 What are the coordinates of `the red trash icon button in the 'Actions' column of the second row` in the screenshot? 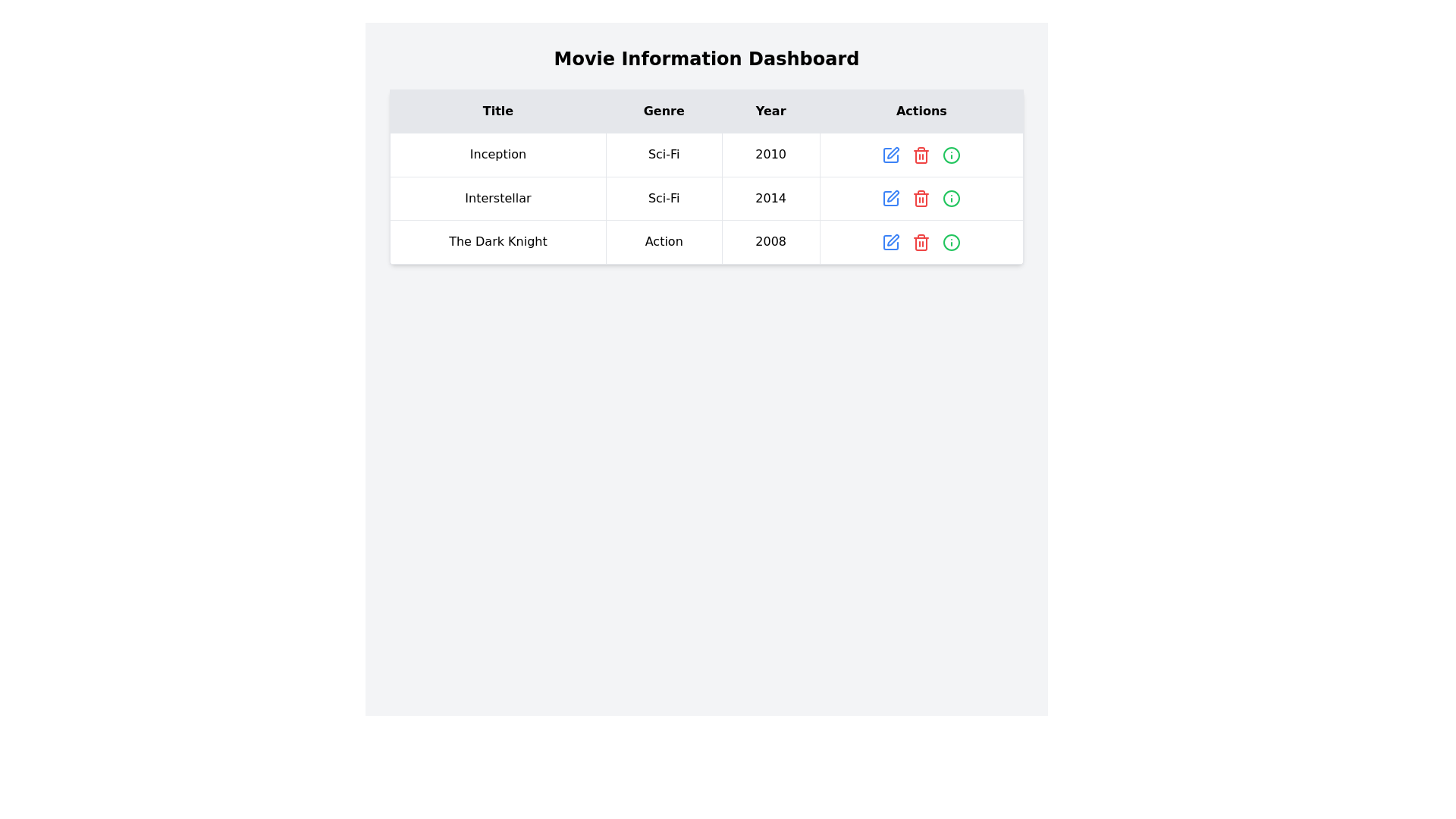 It's located at (921, 198).